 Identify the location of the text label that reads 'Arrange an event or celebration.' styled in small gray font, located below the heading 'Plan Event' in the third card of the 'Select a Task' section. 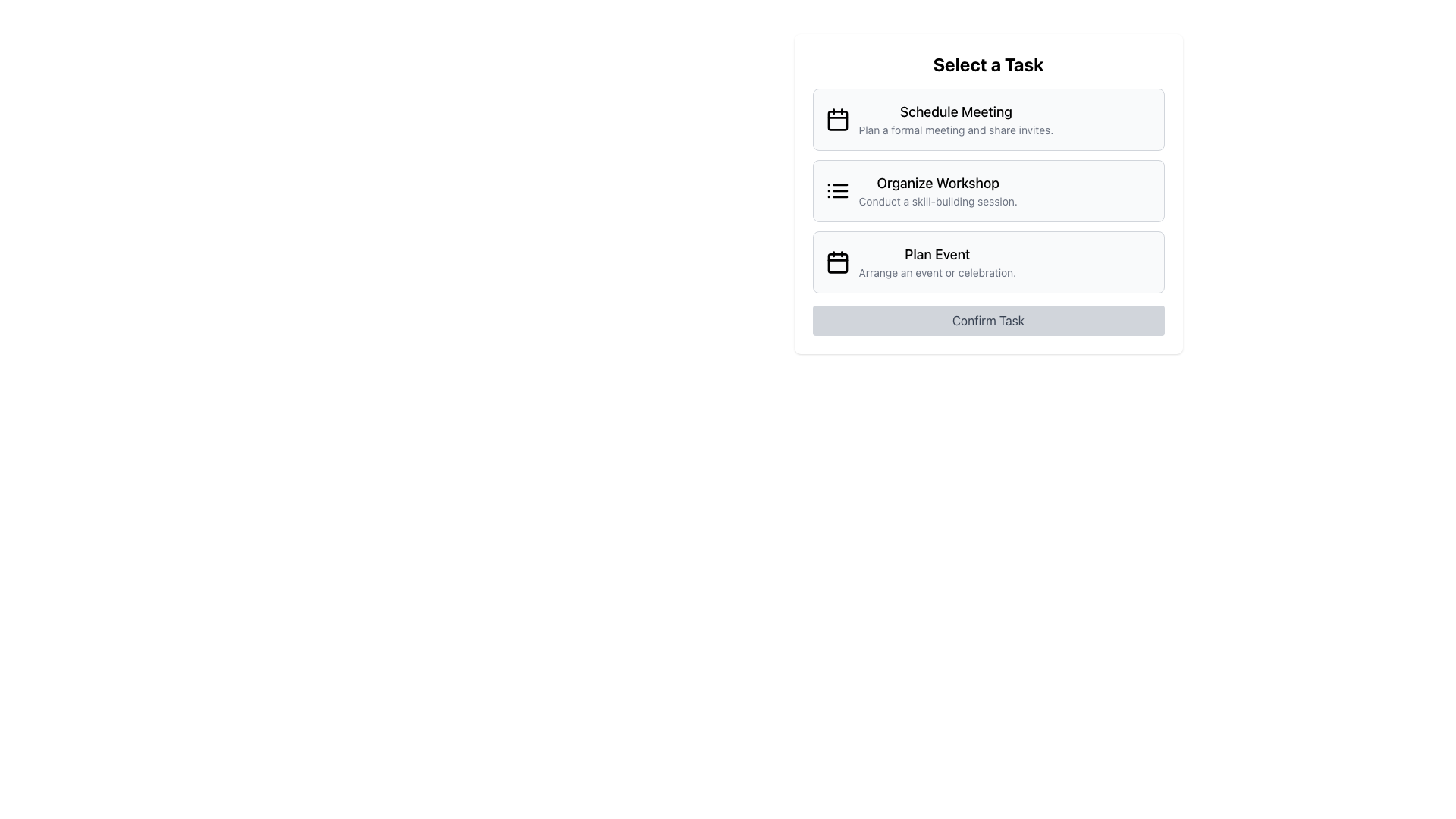
(937, 271).